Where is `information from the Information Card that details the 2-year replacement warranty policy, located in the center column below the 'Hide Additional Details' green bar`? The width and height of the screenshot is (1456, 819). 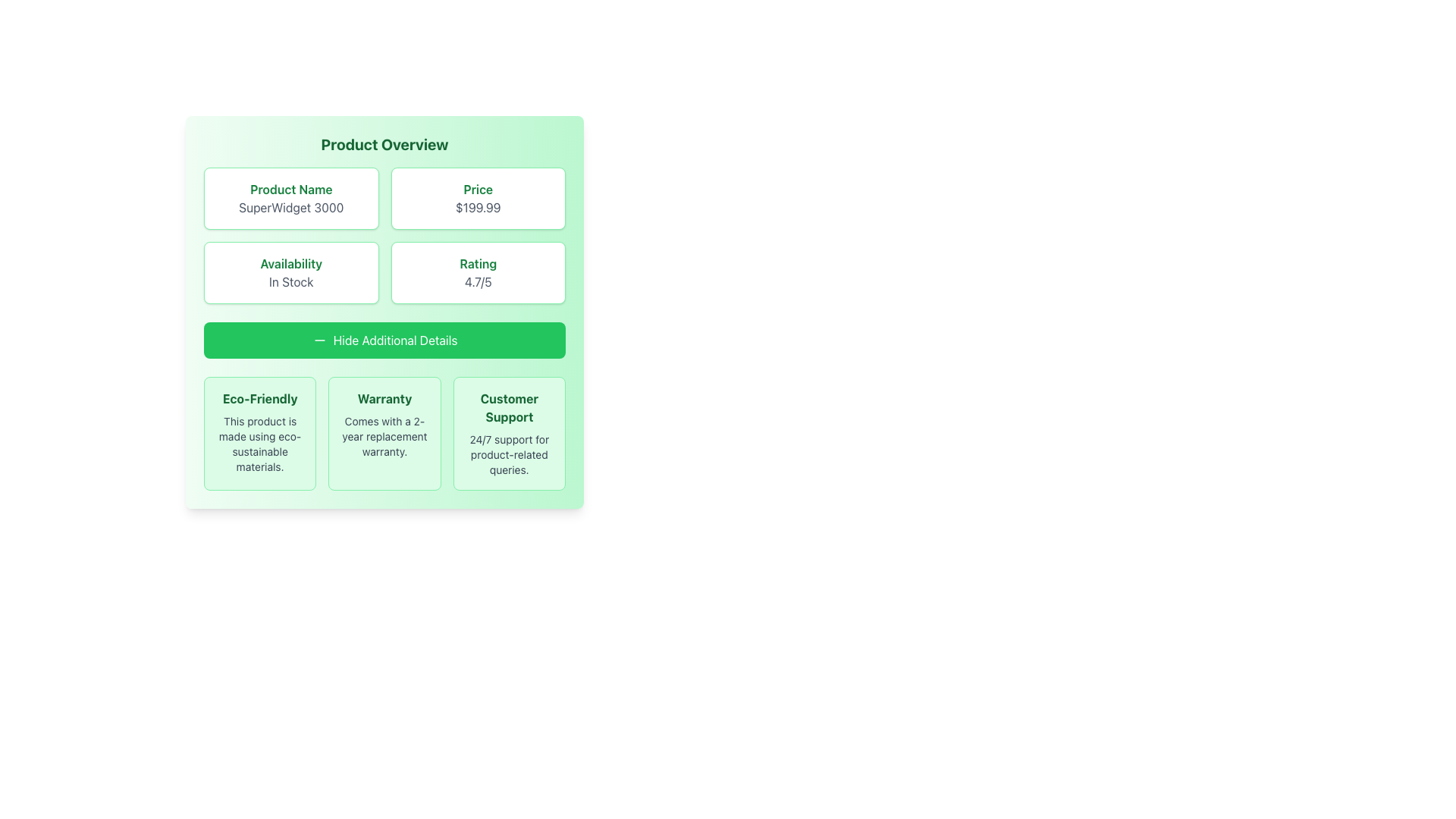 information from the Information Card that details the 2-year replacement warranty policy, located in the center column below the 'Hide Additional Details' green bar is located at coordinates (384, 433).